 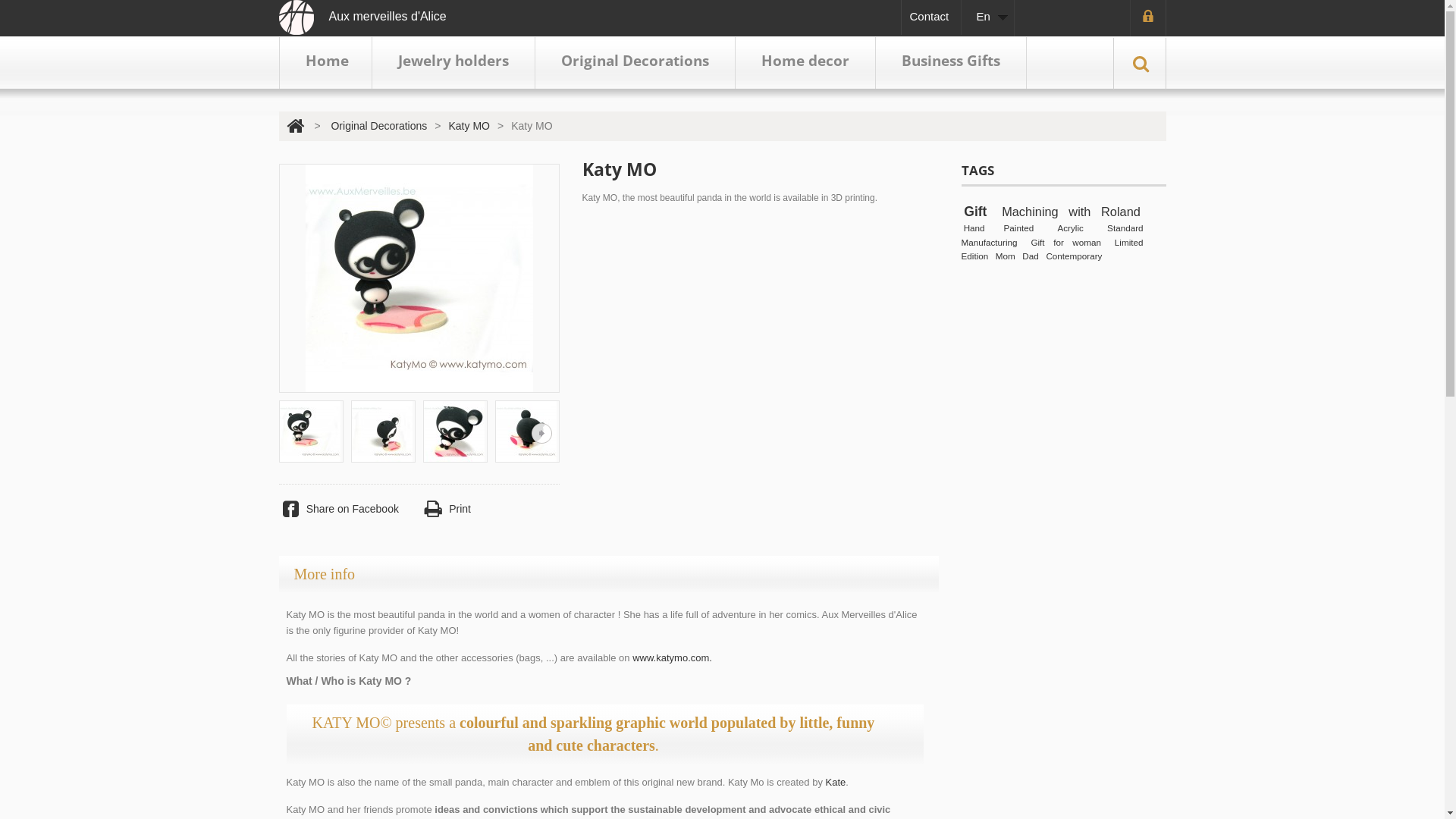 I want to click on 'www.katymo.com.', so click(x=632, y=657).